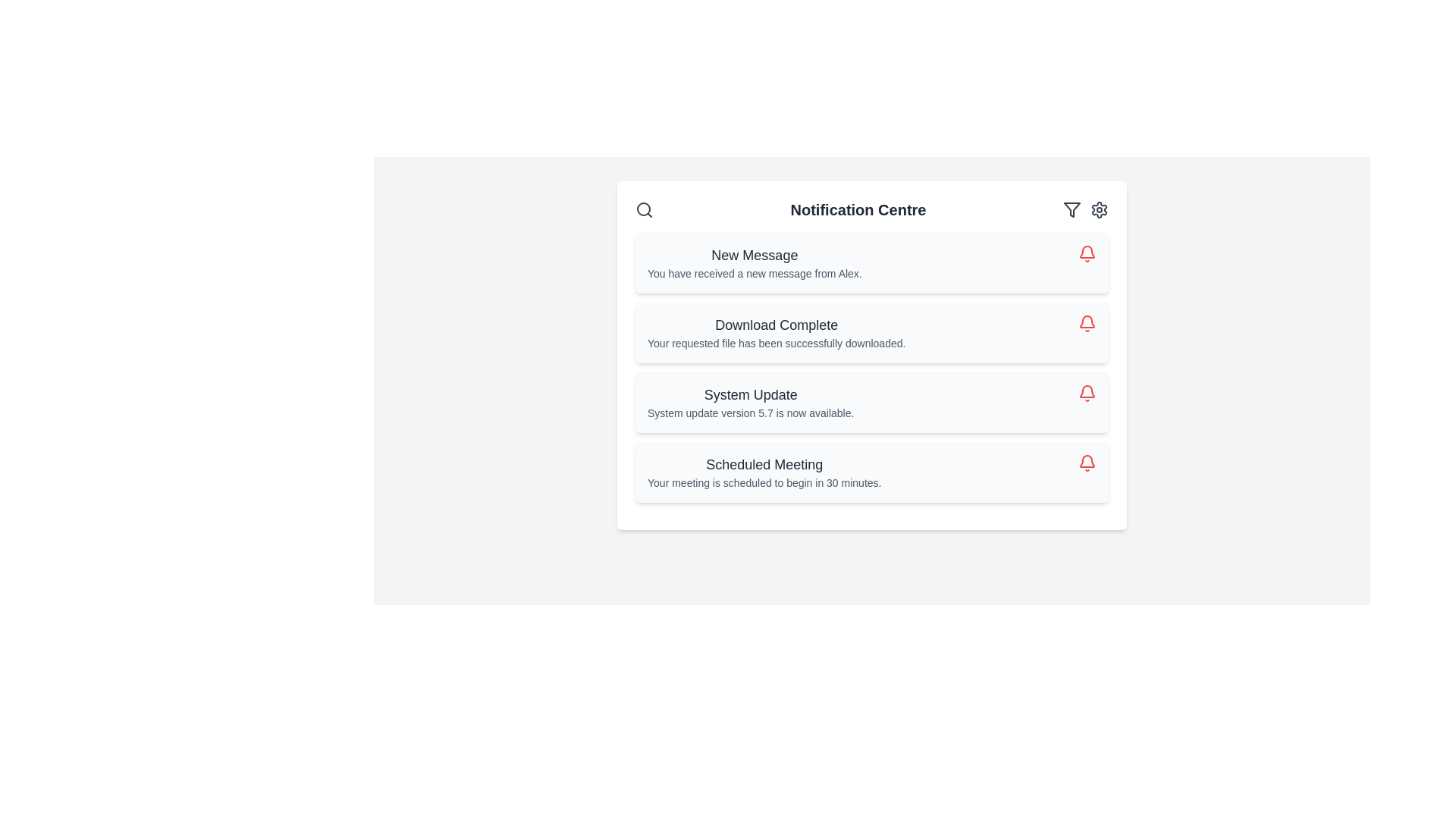 The image size is (1456, 819). Describe the element at coordinates (858, 210) in the screenshot. I see `the bold, large-sized text label reading 'Notification Centre' located in the header section of the notification interface` at that location.